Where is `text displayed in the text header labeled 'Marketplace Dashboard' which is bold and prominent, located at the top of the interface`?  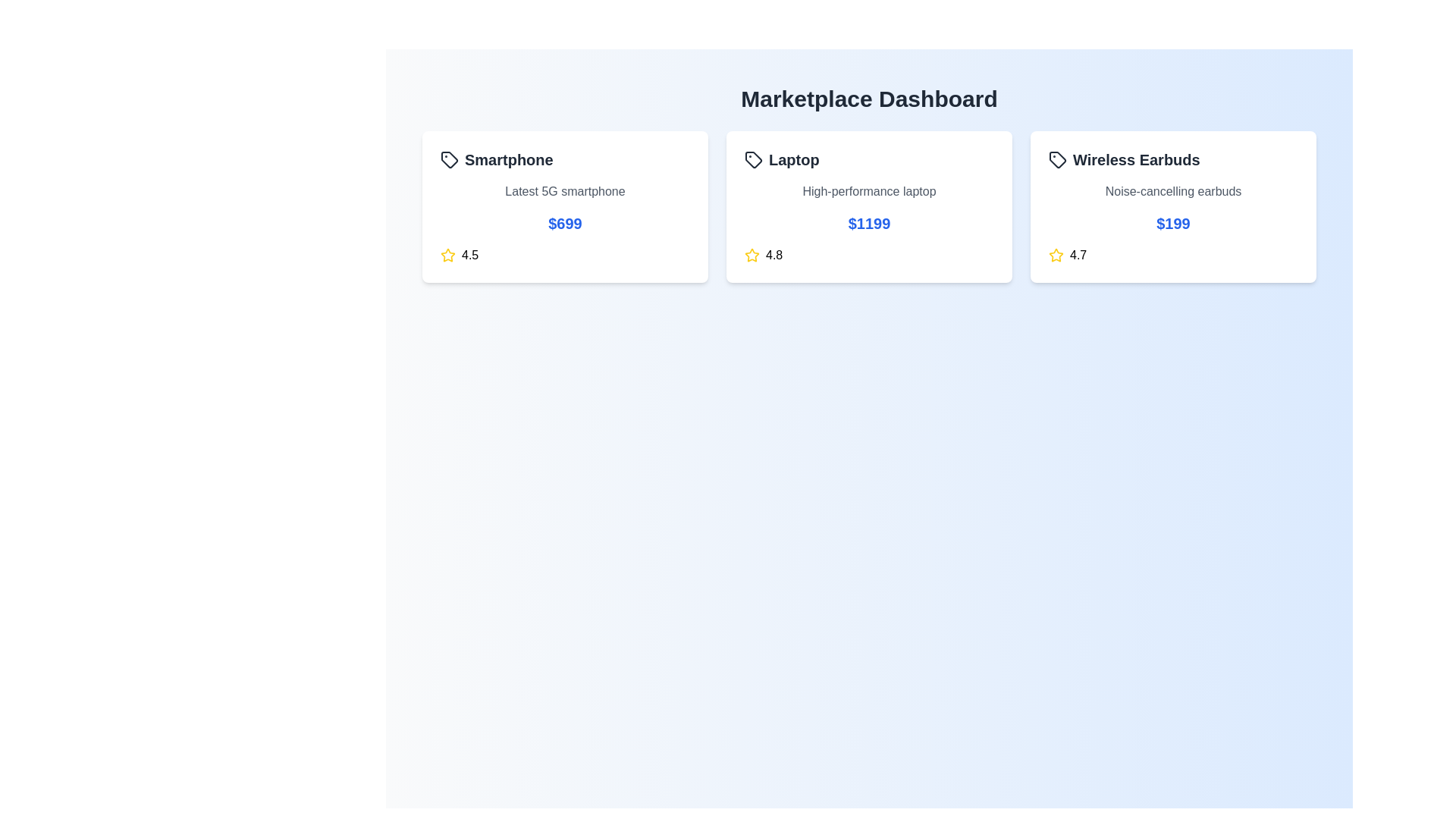 text displayed in the text header labeled 'Marketplace Dashboard' which is bold and prominent, located at the top of the interface is located at coordinates (869, 99).